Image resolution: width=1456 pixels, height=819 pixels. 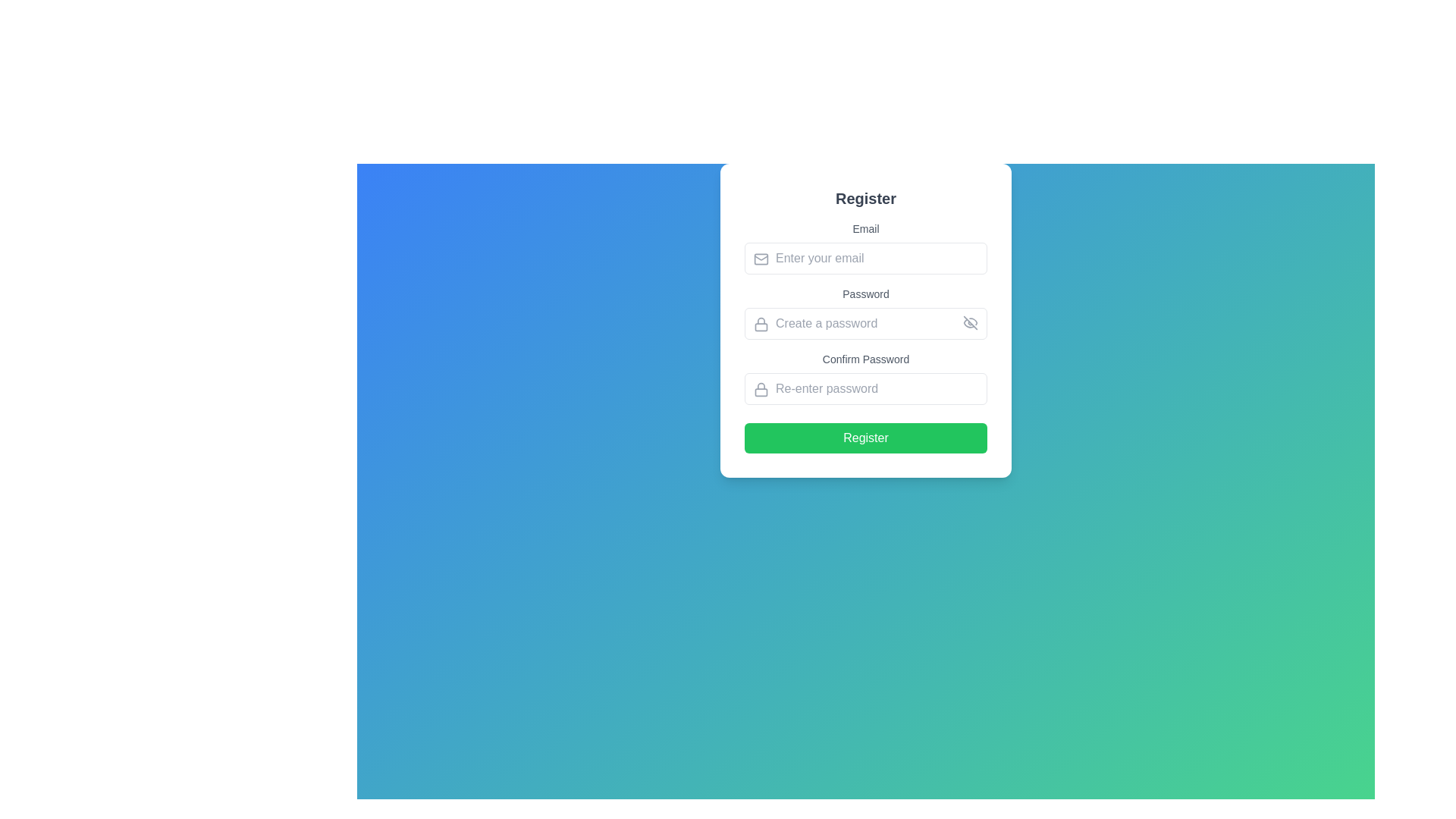 I want to click on the password confirmation field located in the center of the registration form, so click(x=866, y=377).